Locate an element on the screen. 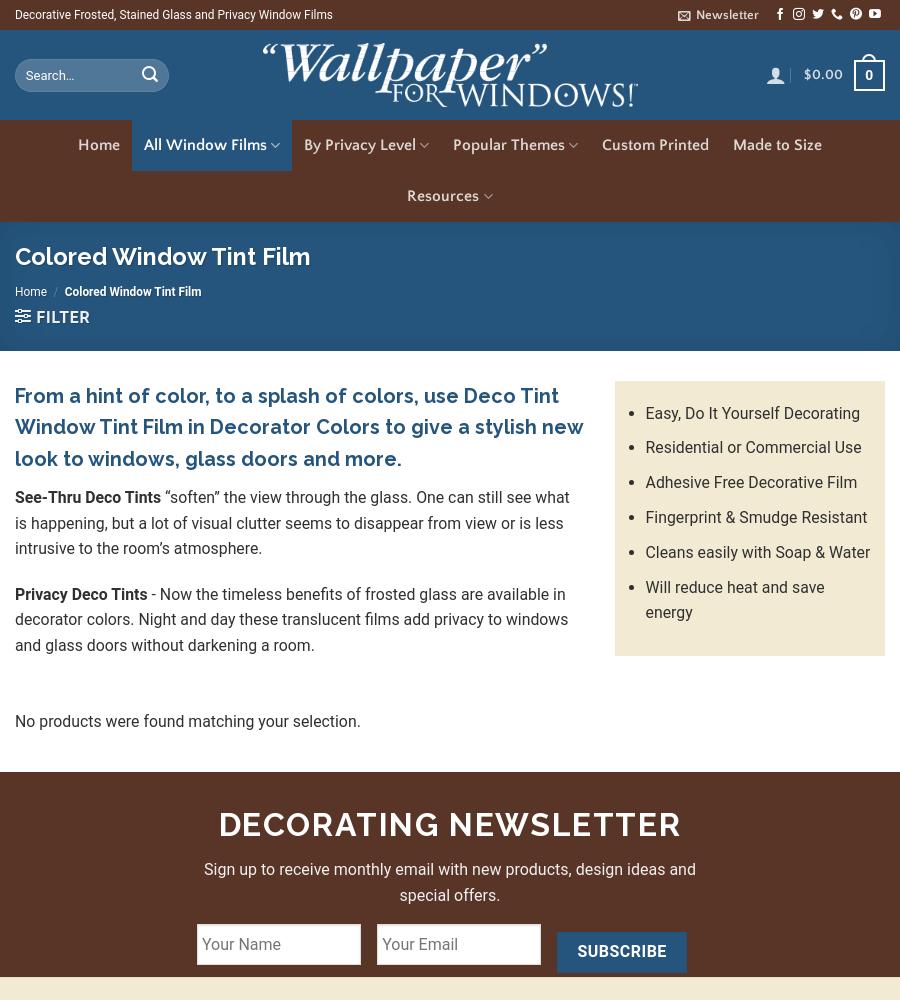 The height and width of the screenshot is (1000, 900). 'Filter' is located at coordinates (62, 316).